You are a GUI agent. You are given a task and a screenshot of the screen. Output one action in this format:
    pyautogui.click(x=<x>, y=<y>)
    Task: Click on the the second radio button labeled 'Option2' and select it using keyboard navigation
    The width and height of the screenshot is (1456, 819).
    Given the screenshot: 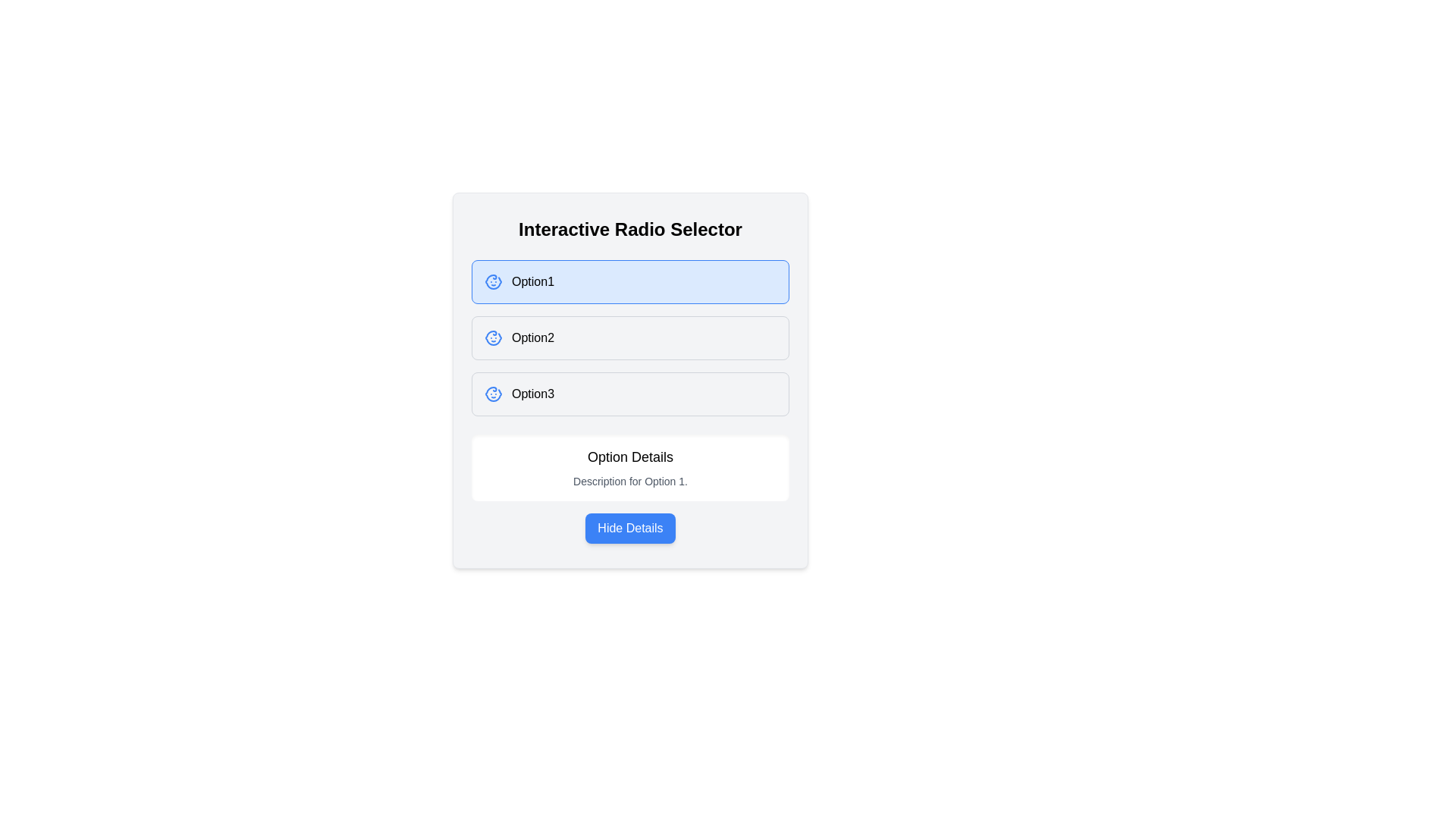 What is the action you would take?
    pyautogui.click(x=630, y=337)
    